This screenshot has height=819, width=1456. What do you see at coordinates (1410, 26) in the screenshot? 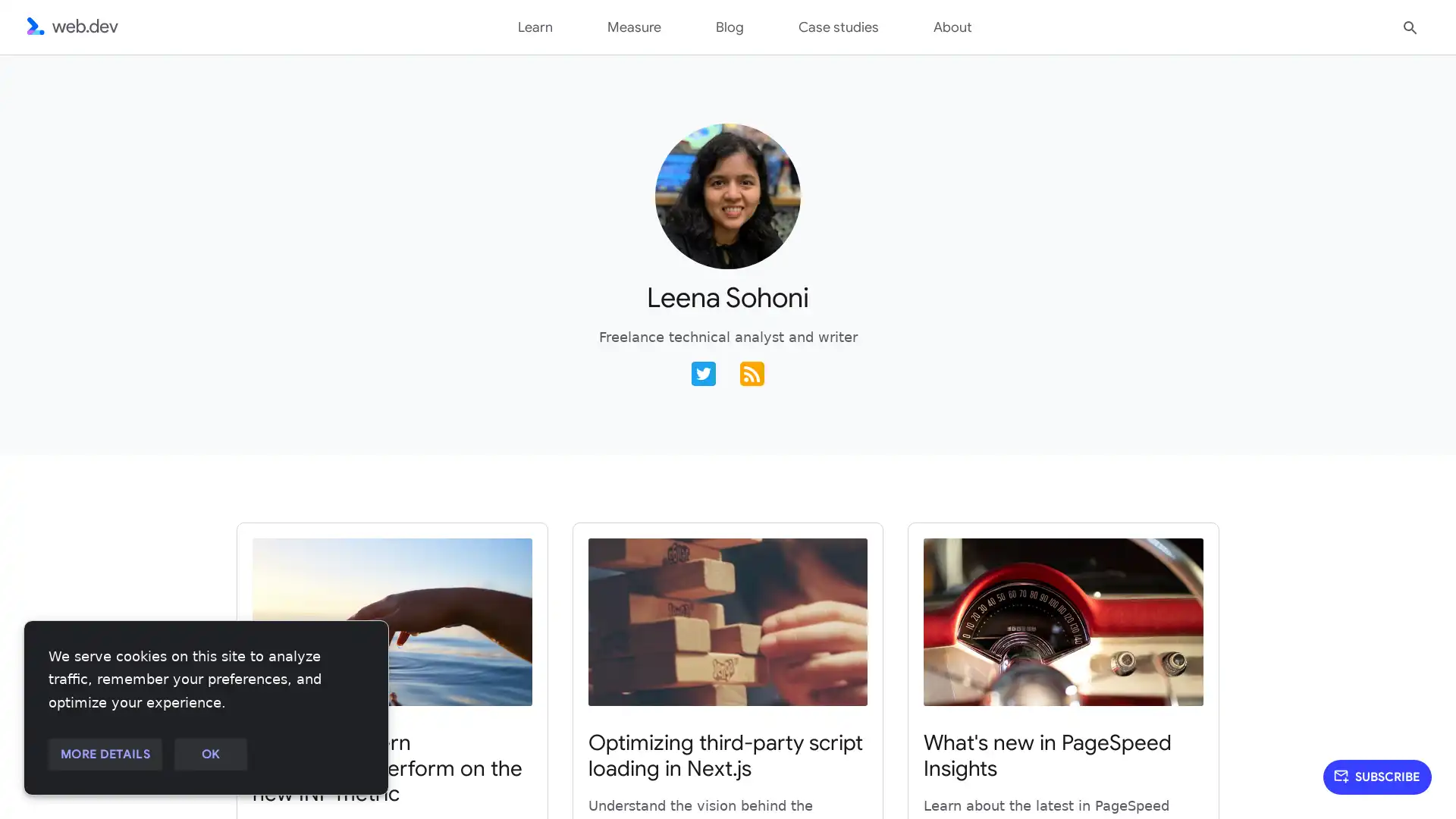
I see `Open search` at bounding box center [1410, 26].